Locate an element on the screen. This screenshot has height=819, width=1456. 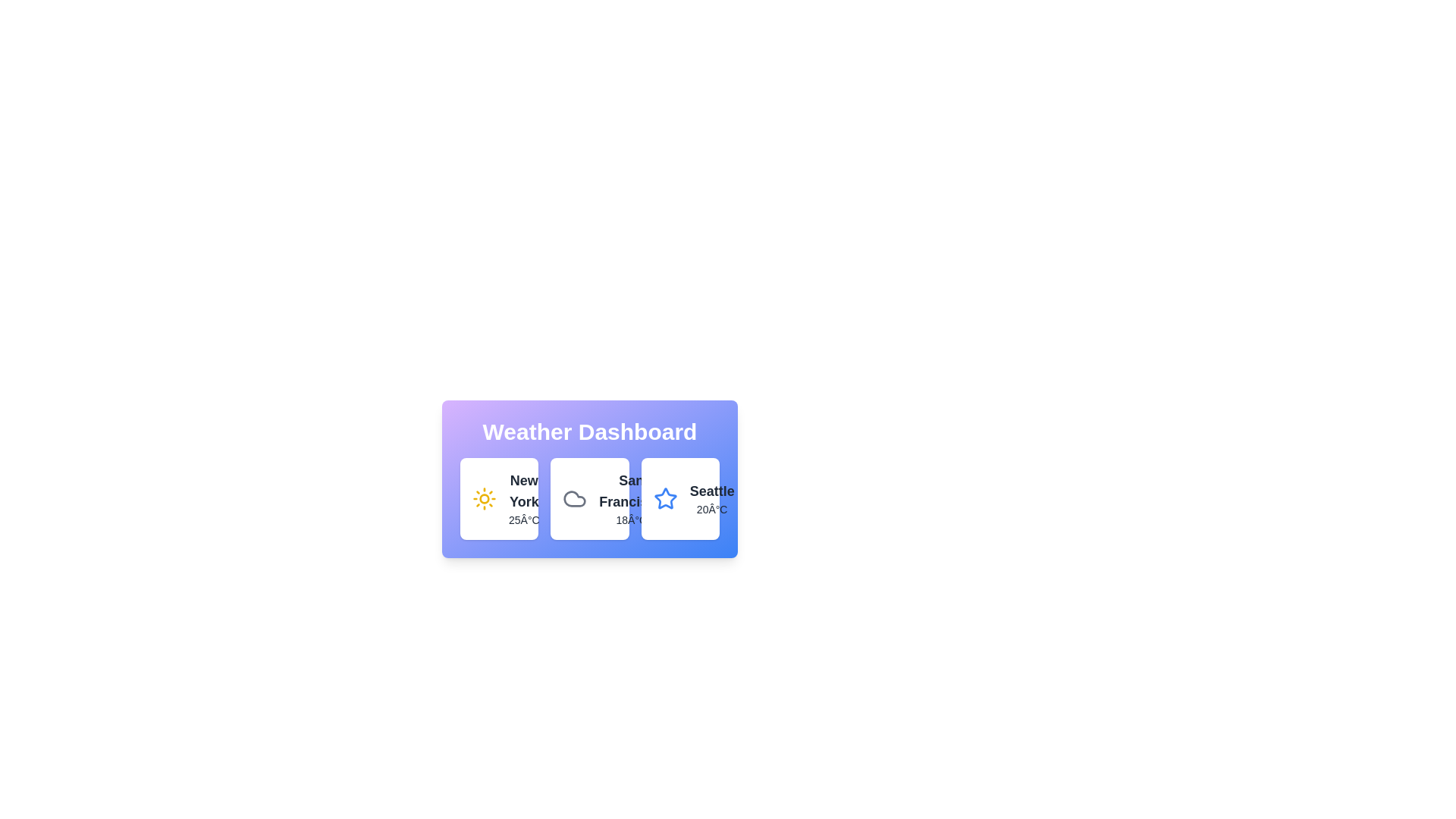
temperature displayed in the text label showing '18°C', located below the text 'San Francisco' within the weather card of the weather dashboard is located at coordinates (631, 519).